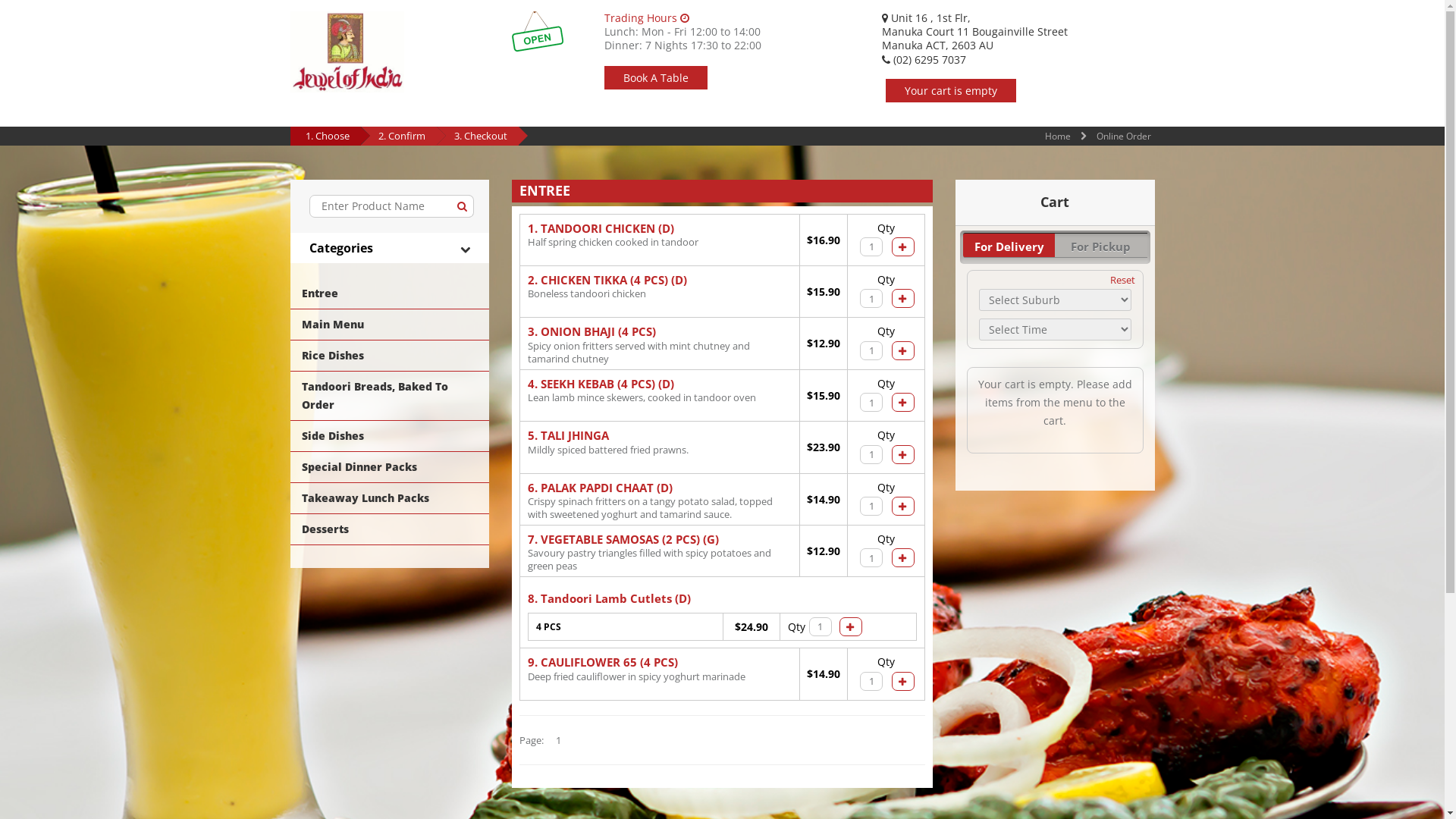  What do you see at coordinates (389, 529) in the screenshot?
I see `'Desserts'` at bounding box center [389, 529].